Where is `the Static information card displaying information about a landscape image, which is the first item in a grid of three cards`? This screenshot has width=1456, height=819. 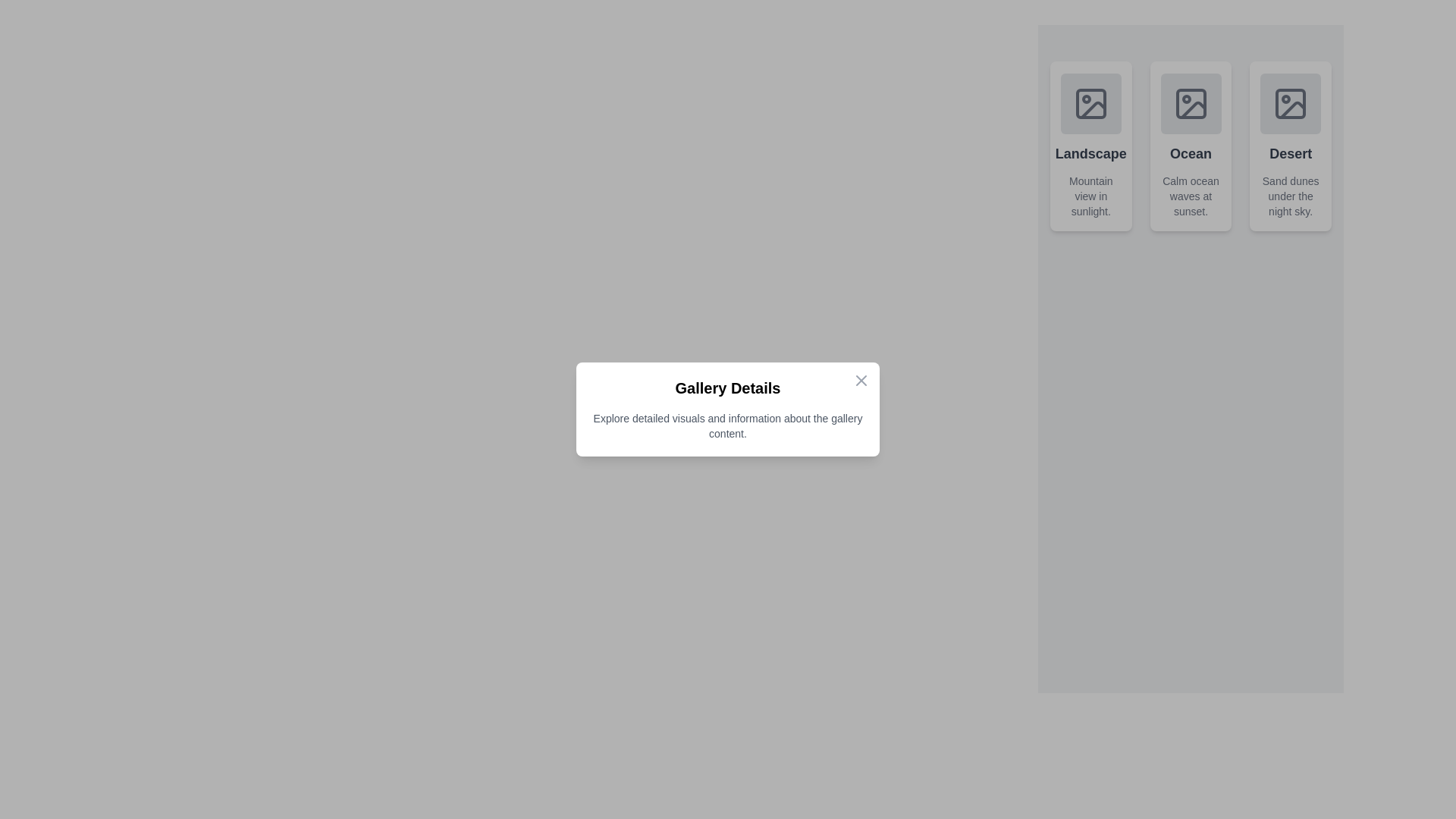
the Static information card displaying information about a landscape image, which is the first item in a grid of three cards is located at coordinates (1090, 146).